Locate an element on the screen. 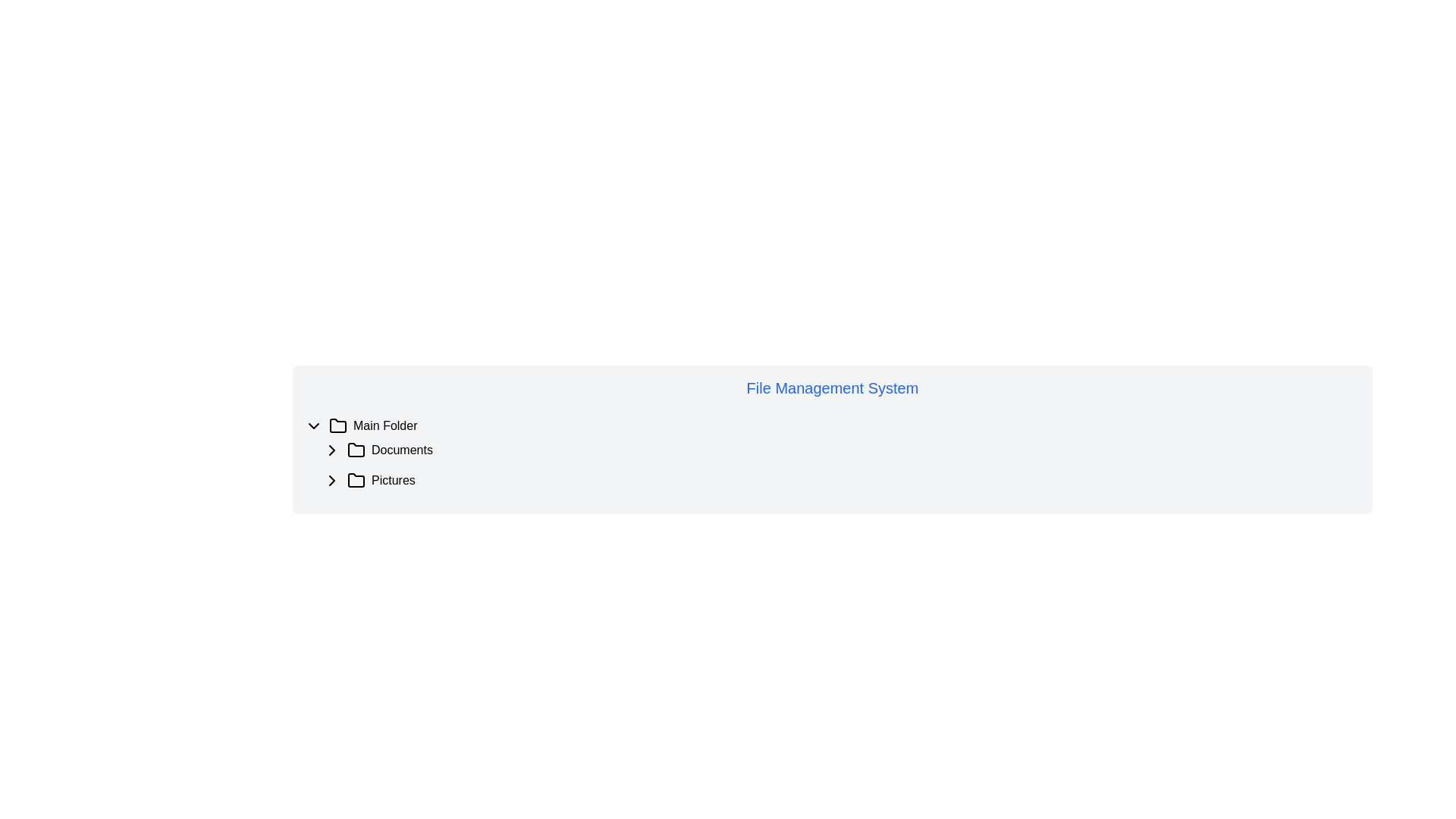 The height and width of the screenshot is (819, 1456). text label displaying 'Documents' located in the center-right of the left-side navigation panel, underneath the 'Main Folder' section is located at coordinates (402, 450).